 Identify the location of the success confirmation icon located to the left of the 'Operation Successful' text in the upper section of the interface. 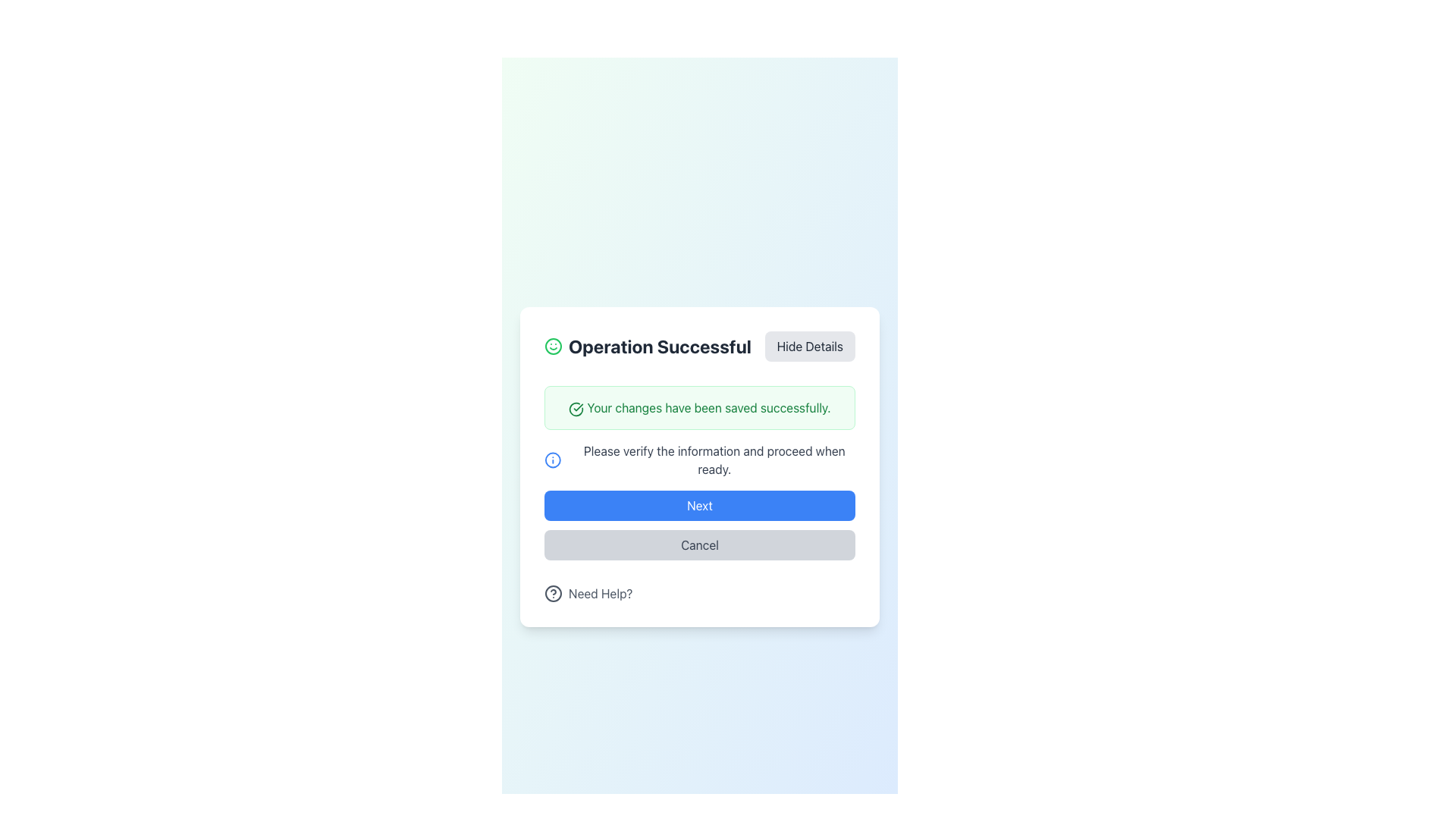
(552, 346).